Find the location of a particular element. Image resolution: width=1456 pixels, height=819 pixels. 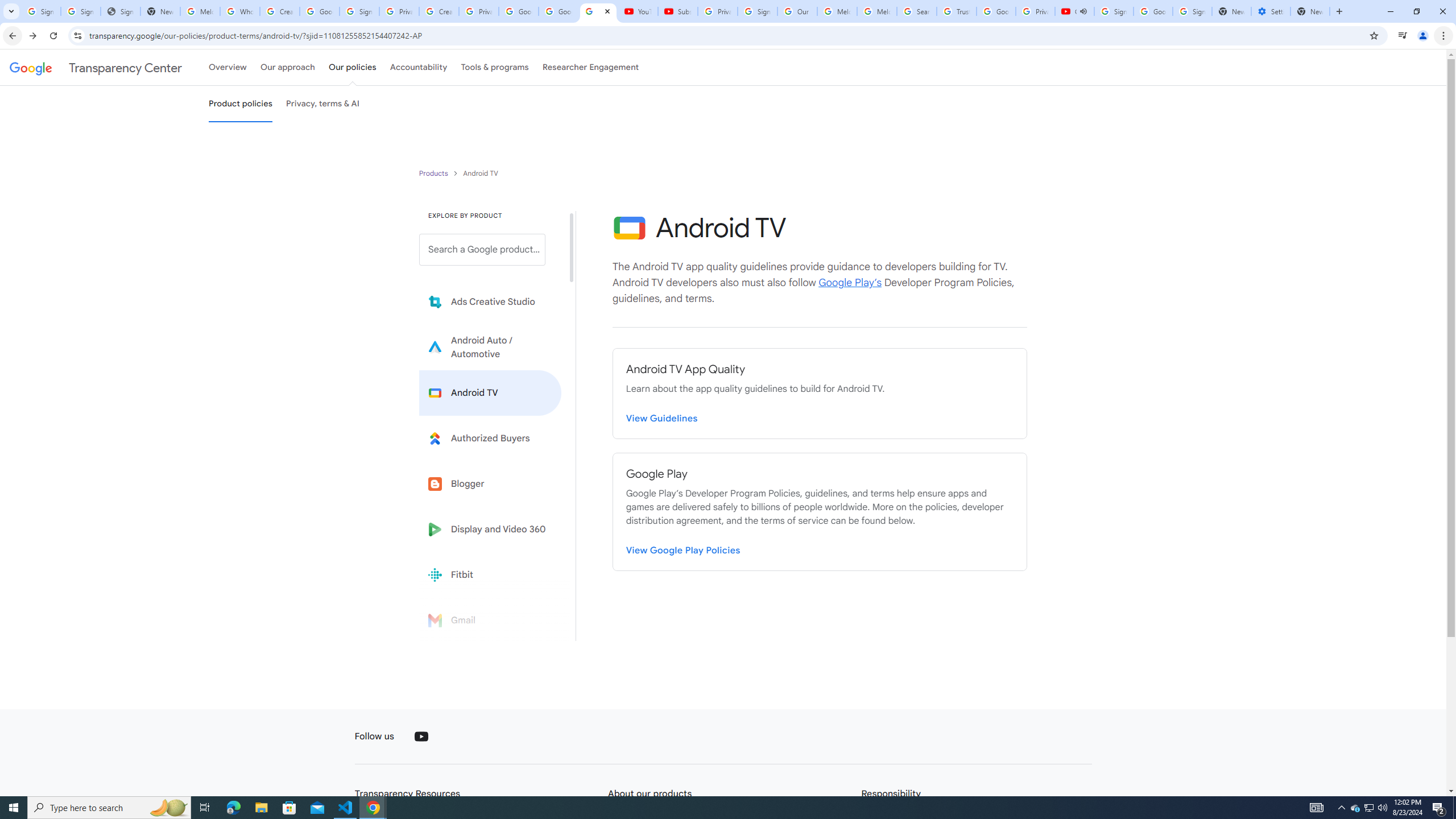

'Sign in - Google Accounts' is located at coordinates (81, 11).